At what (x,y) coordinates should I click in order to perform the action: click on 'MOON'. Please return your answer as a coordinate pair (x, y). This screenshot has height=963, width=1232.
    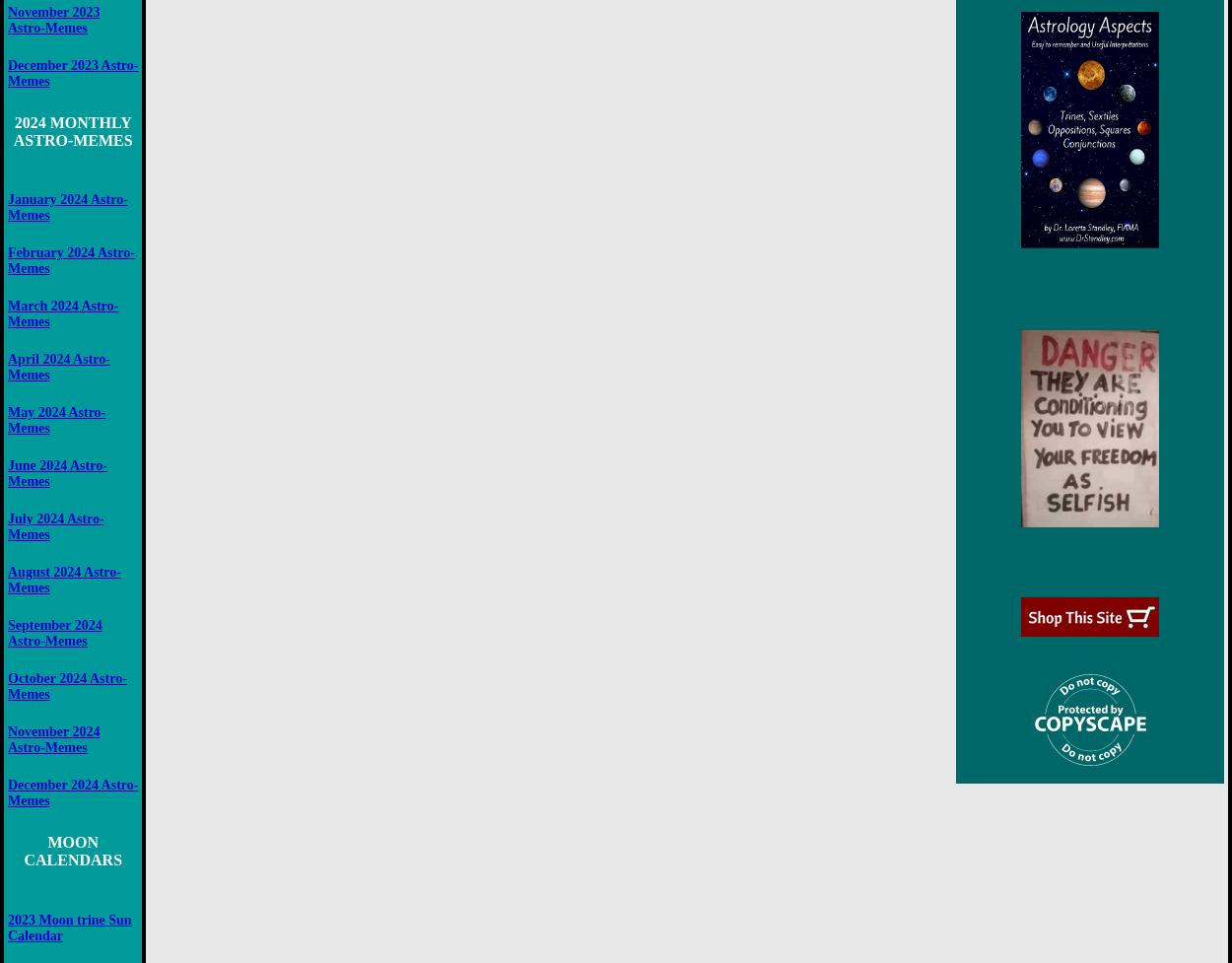
    Looking at the image, I should click on (72, 841).